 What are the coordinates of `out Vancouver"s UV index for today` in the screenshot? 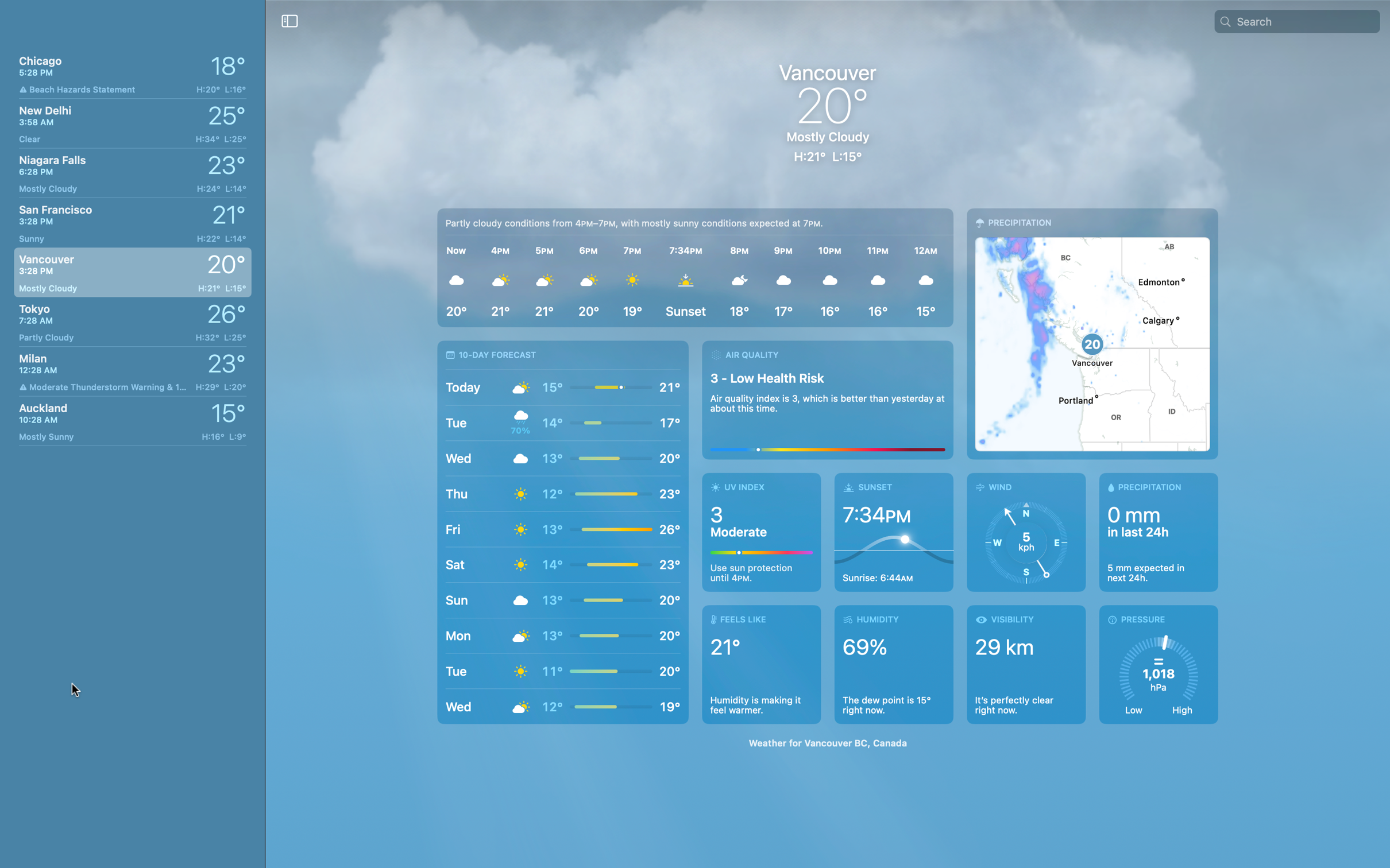 It's located at (762, 532).